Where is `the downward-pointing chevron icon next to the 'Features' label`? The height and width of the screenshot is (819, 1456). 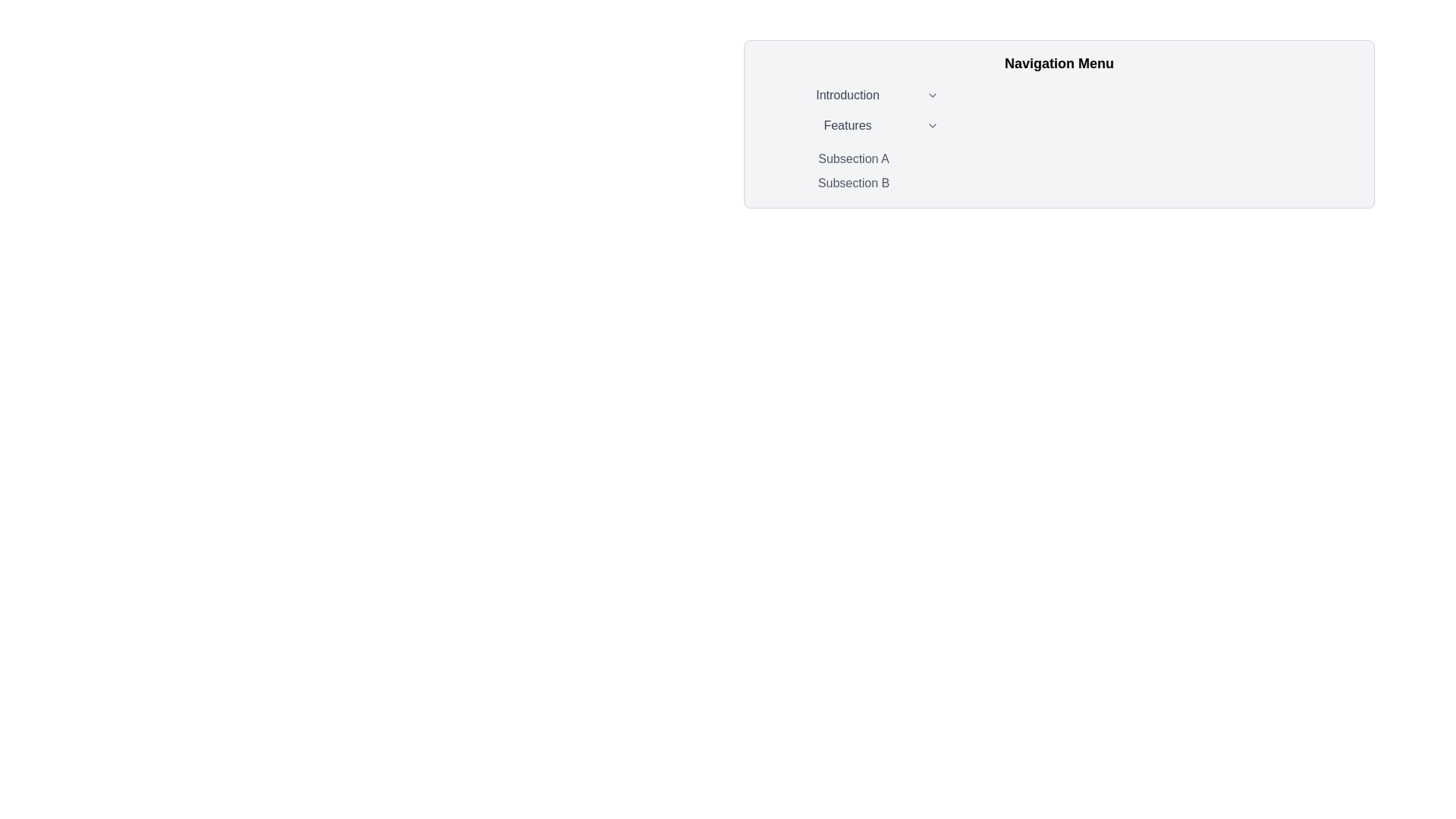
the downward-pointing chevron icon next to the 'Features' label is located at coordinates (931, 124).